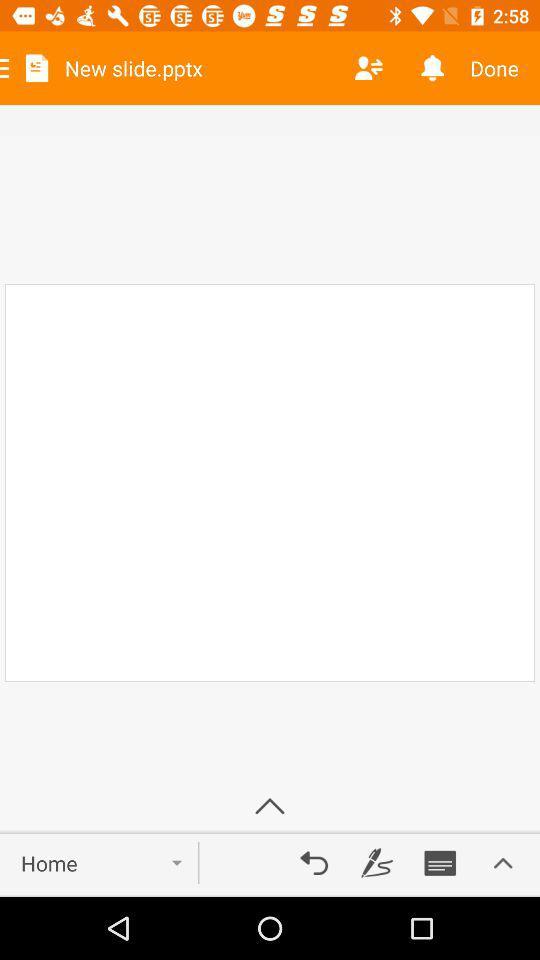 This screenshot has width=540, height=960. What do you see at coordinates (367, 68) in the screenshot?
I see `switch accounts` at bounding box center [367, 68].